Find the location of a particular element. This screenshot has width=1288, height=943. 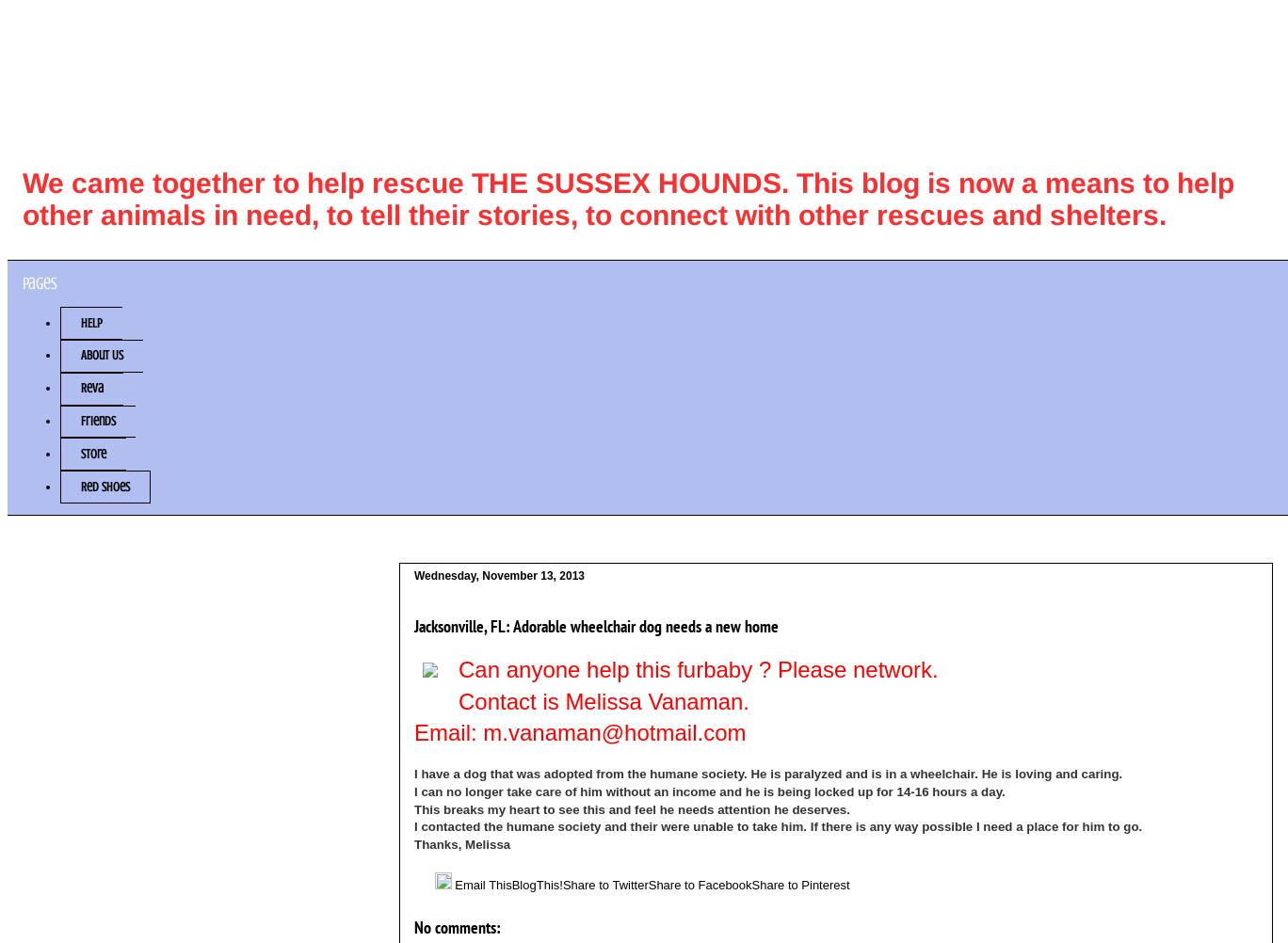

'This breaks my heart to see this and feel he needs attention he deserves.' is located at coordinates (413, 808).